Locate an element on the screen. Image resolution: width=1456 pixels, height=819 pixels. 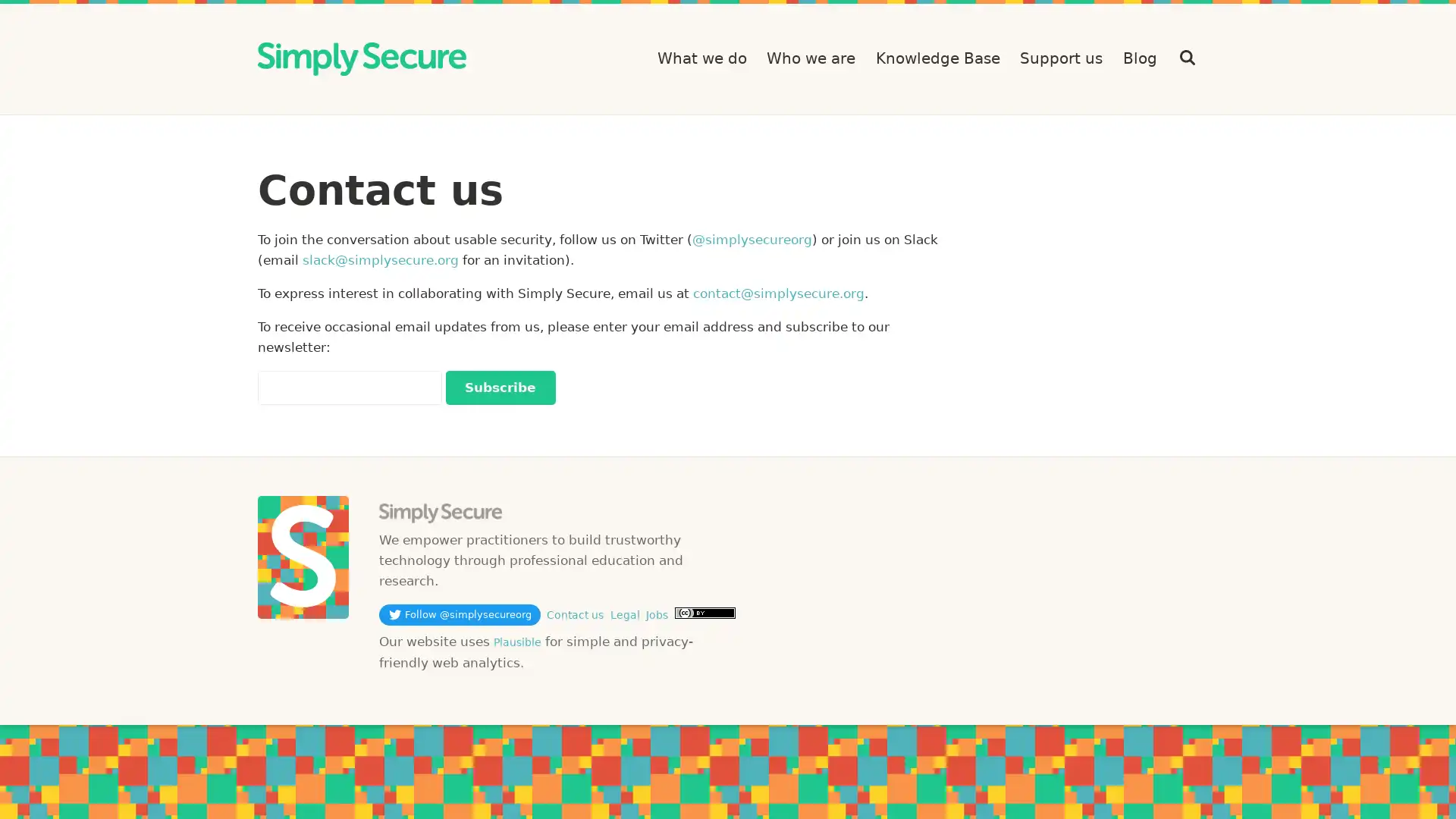
Subscribe is located at coordinates (500, 386).